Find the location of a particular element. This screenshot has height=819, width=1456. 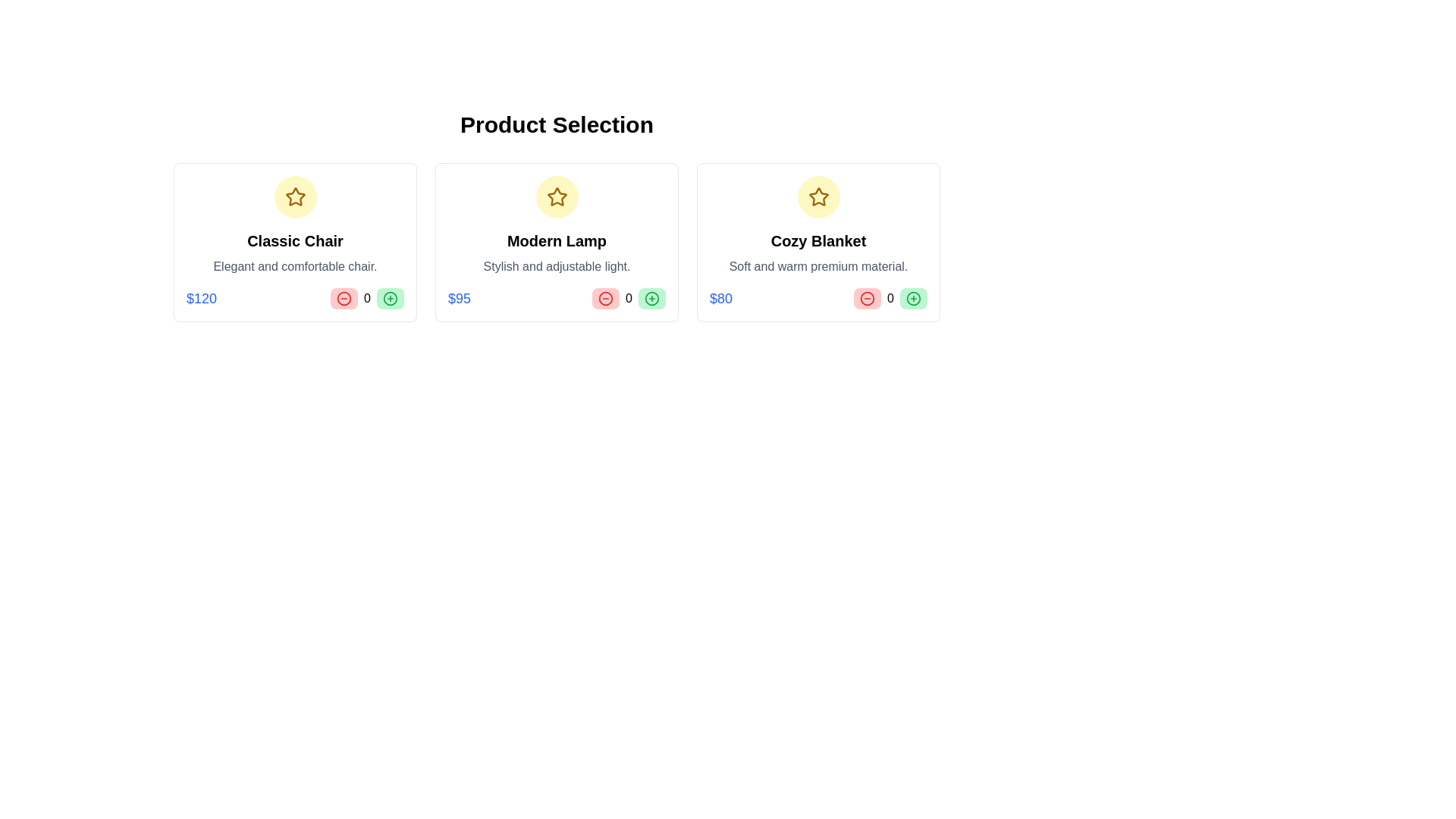

the circle SVG graphical element located in the Modern Lamp product card, which serves as a potential button or indicator is located at coordinates (651, 298).